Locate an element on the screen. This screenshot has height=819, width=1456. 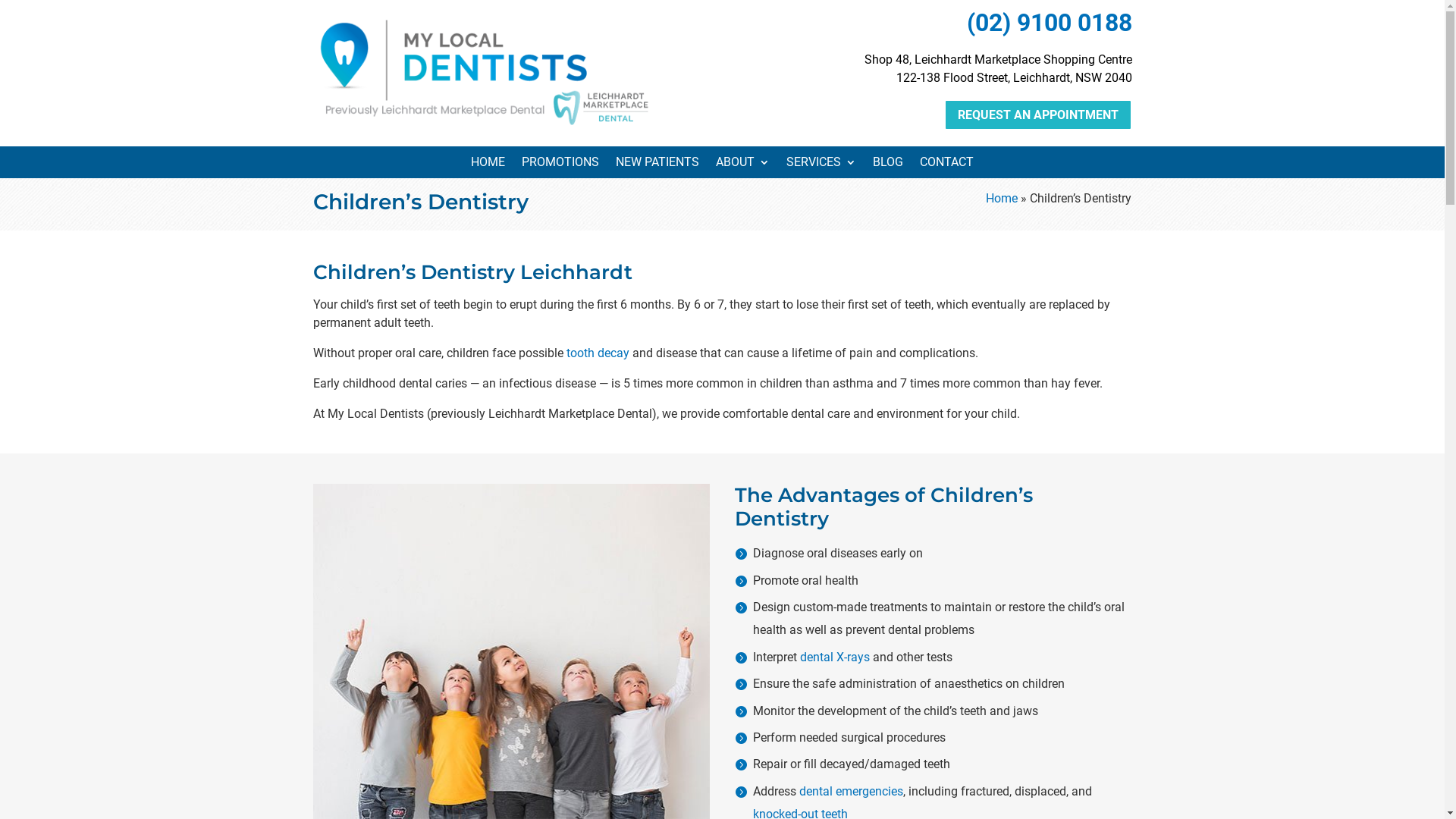
'REQUEST AN APPOINTMENT' is located at coordinates (1037, 114).